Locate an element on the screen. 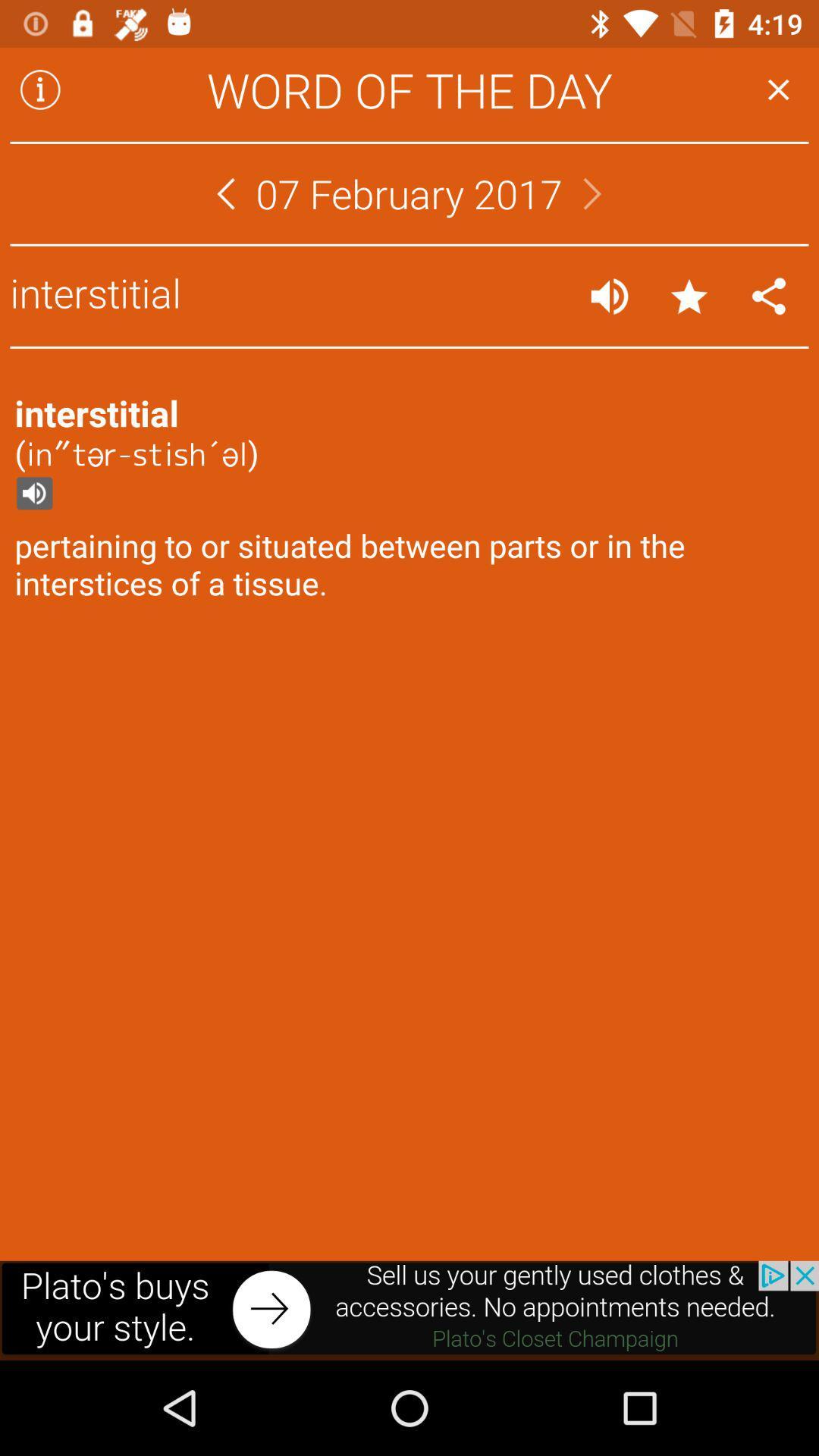  the option is located at coordinates (778, 89).